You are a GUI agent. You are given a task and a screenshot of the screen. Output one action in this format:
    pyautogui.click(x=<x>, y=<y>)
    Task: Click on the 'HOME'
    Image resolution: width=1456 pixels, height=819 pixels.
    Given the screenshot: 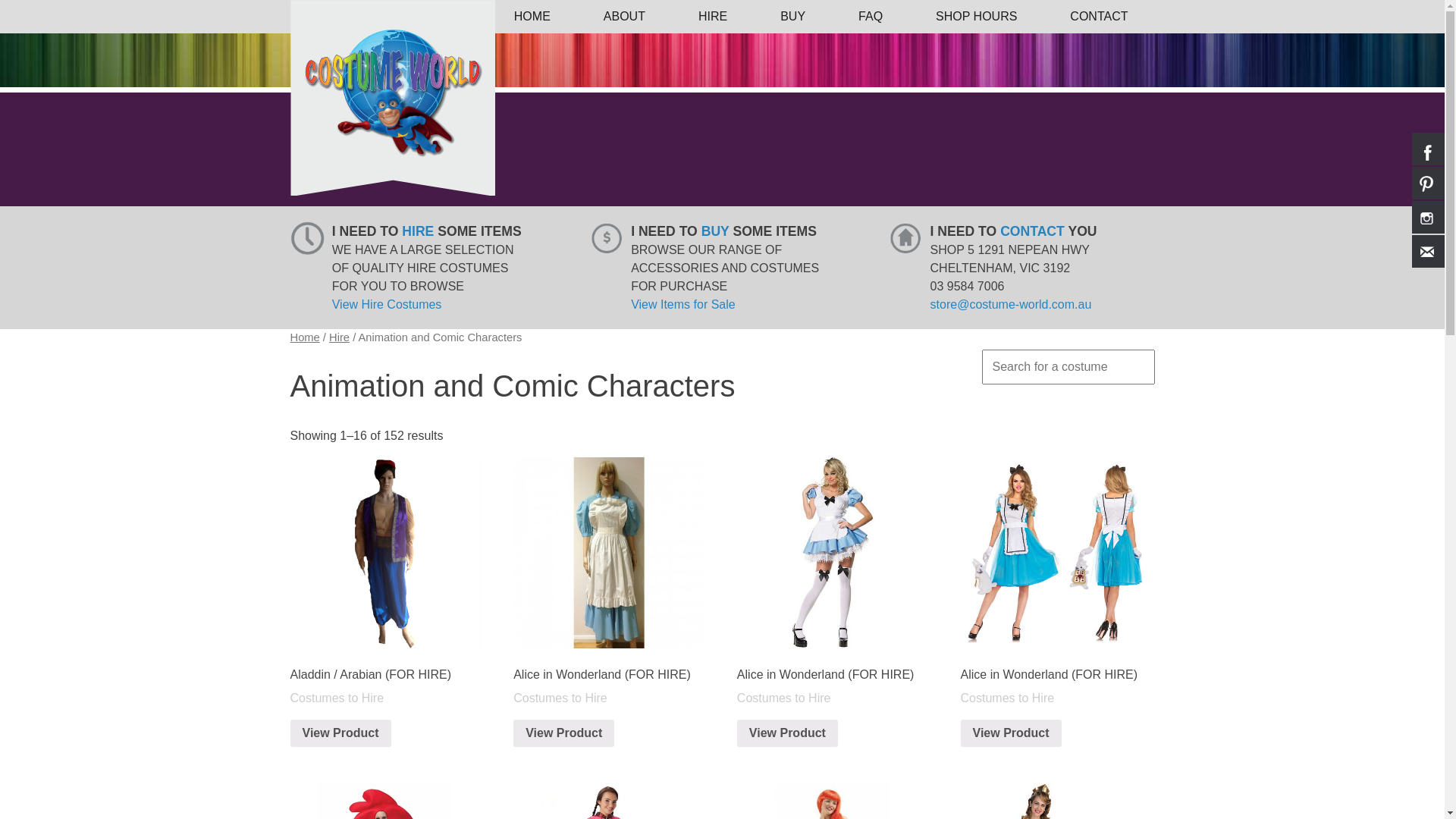 What is the action you would take?
    pyautogui.click(x=506, y=17)
    